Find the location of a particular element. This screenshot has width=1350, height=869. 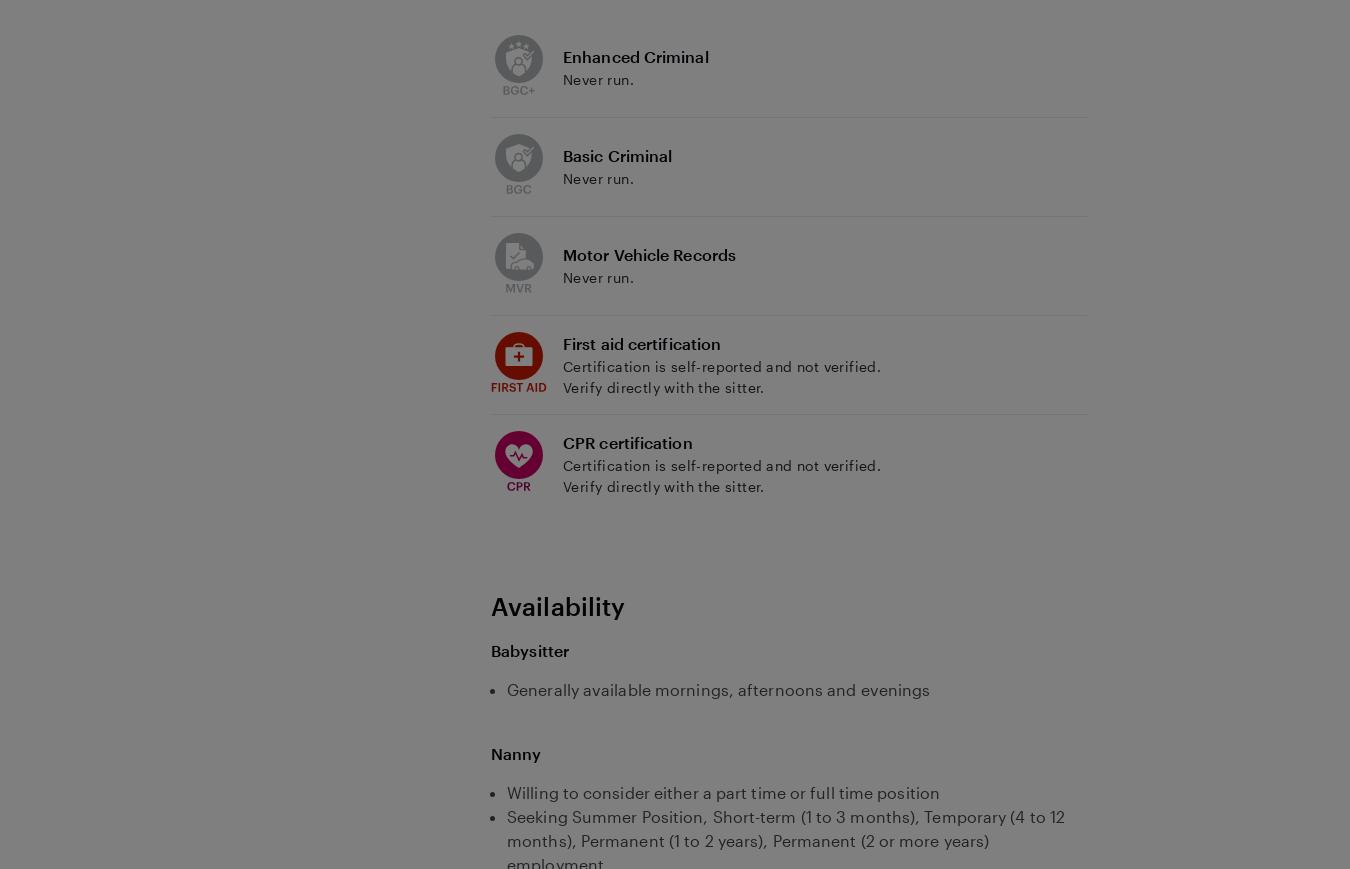

'Motor Vehicle Records' is located at coordinates (561, 253).